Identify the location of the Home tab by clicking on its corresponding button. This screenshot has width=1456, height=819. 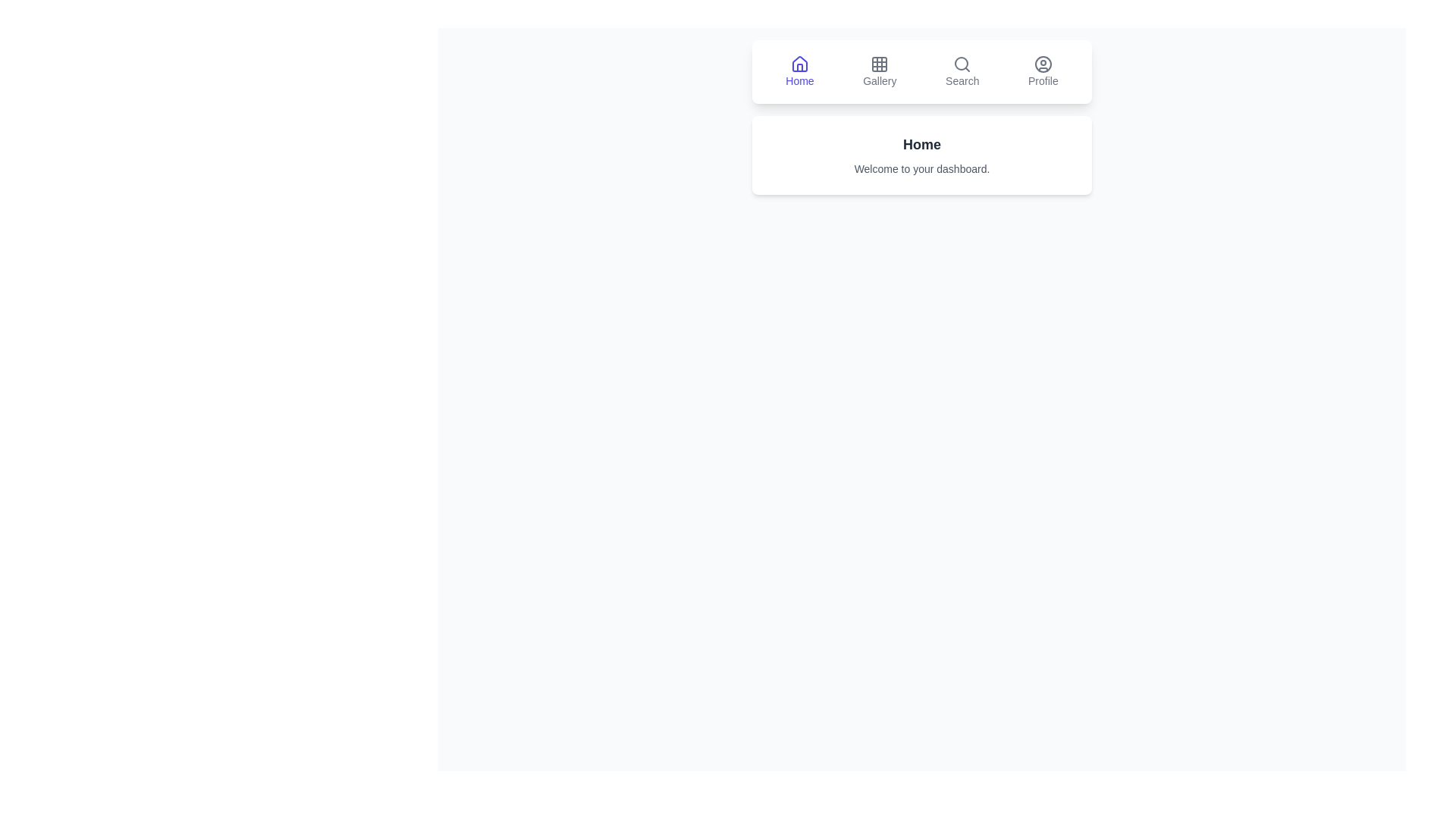
(799, 72).